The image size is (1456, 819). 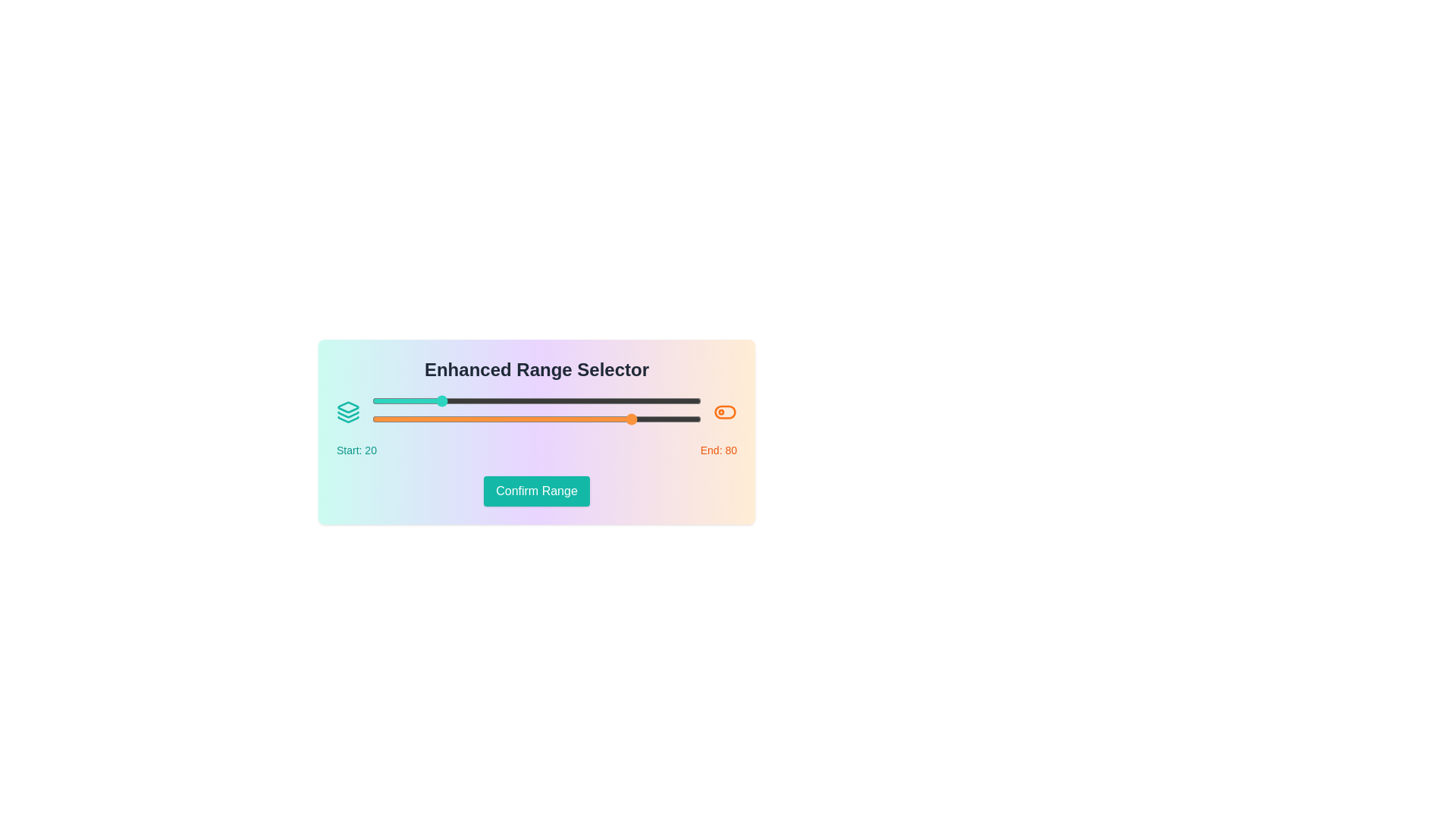 I want to click on the orange toggle switch located to the right of the 'End: 80' label, so click(x=724, y=412).